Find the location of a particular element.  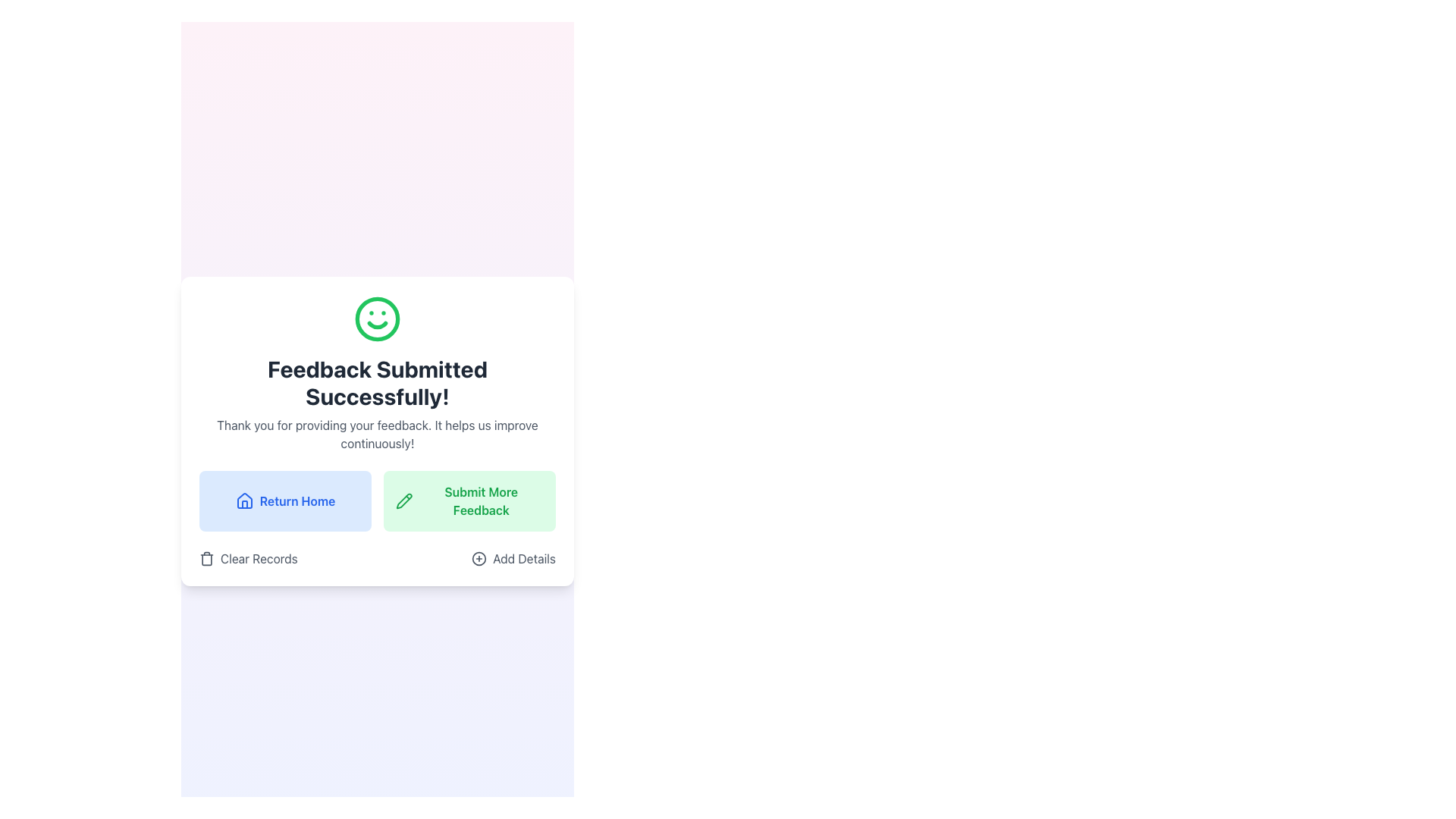

the feedback submission button located on the right side of the two-button grid within a white card interface to observe hover effects is located at coordinates (469, 500).